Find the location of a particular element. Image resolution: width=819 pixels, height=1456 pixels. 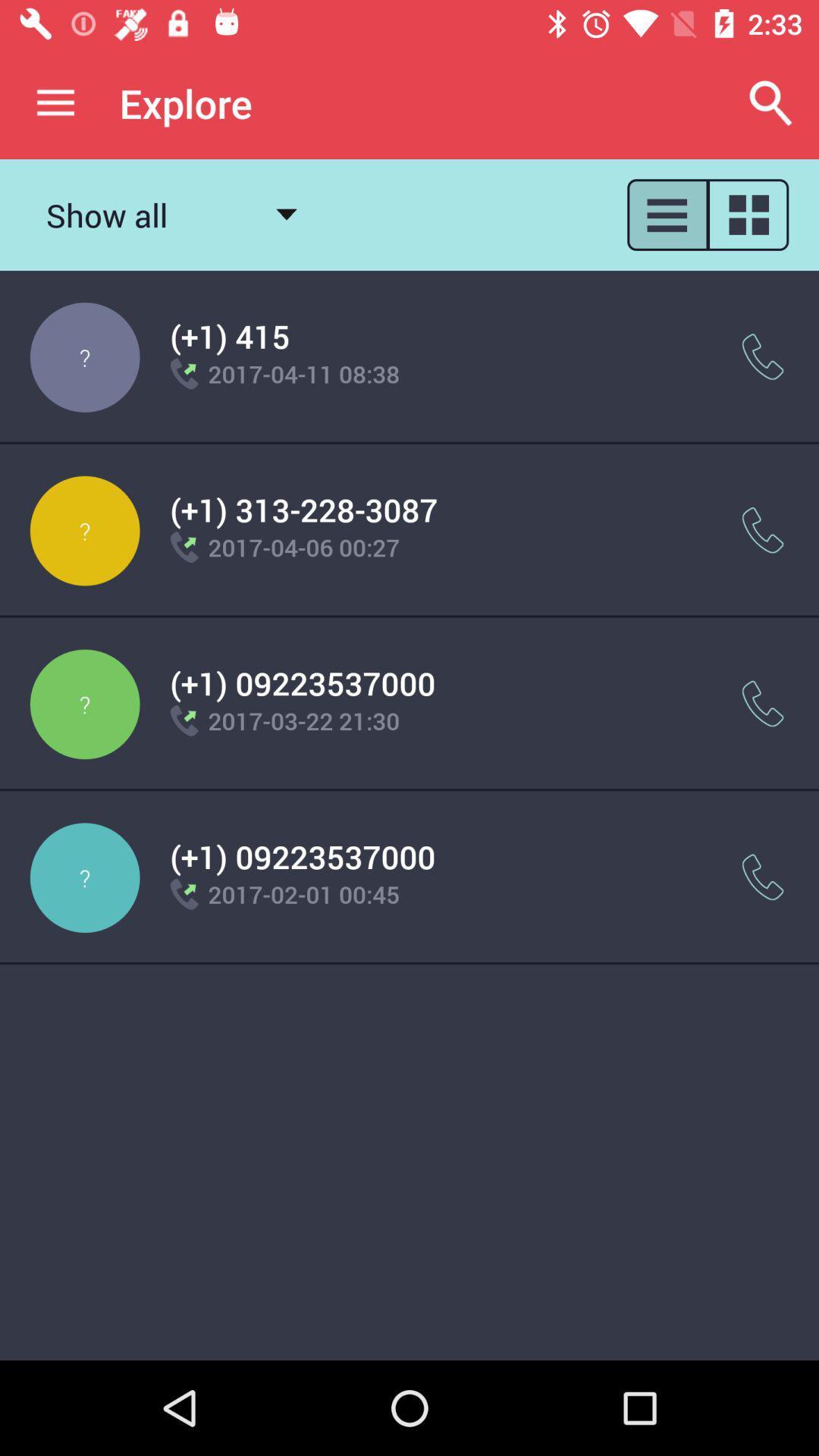

the dashboard icon is located at coordinates (748, 214).